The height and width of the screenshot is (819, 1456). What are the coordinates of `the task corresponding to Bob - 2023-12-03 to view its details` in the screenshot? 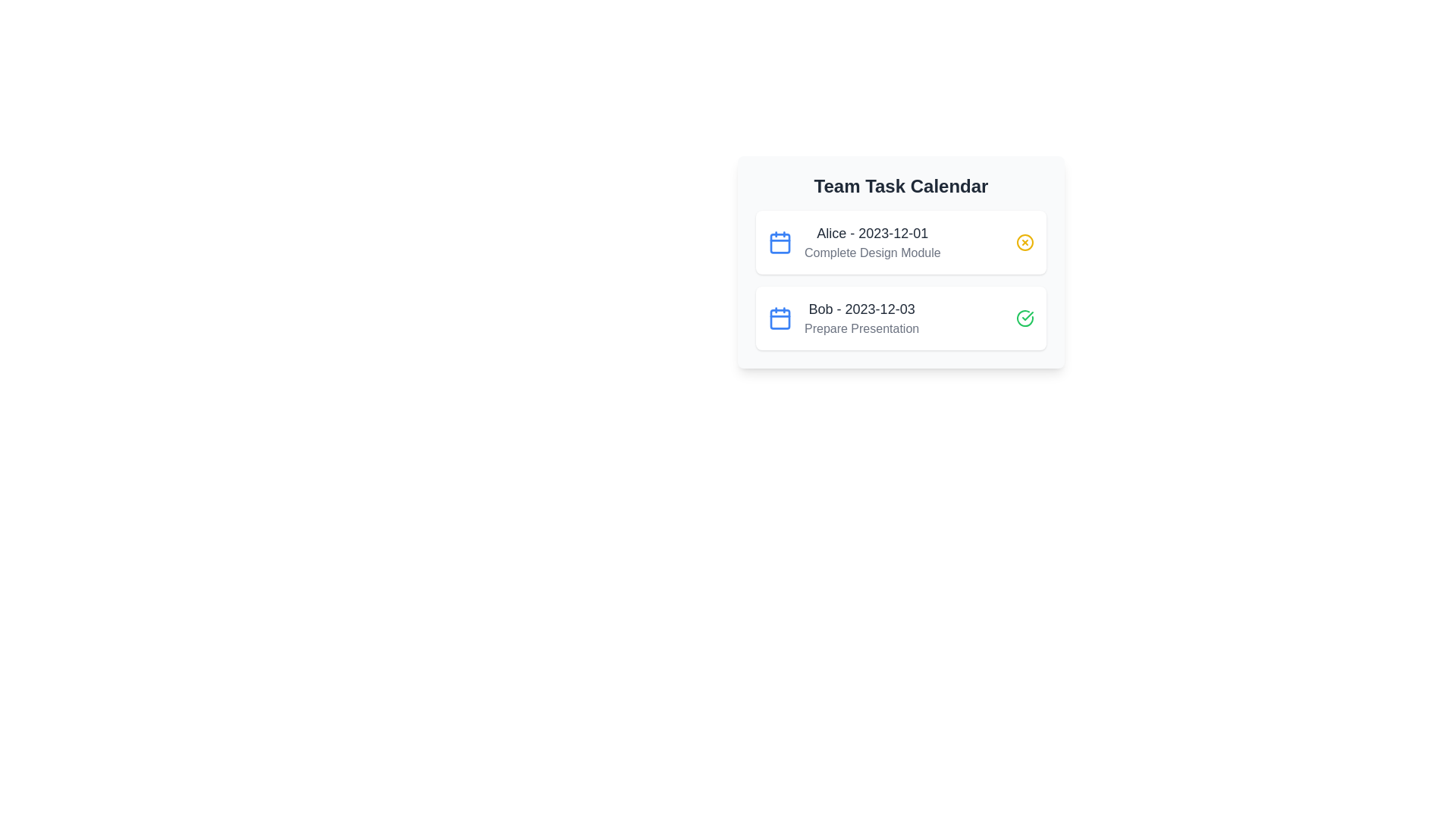 It's located at (901, 318).